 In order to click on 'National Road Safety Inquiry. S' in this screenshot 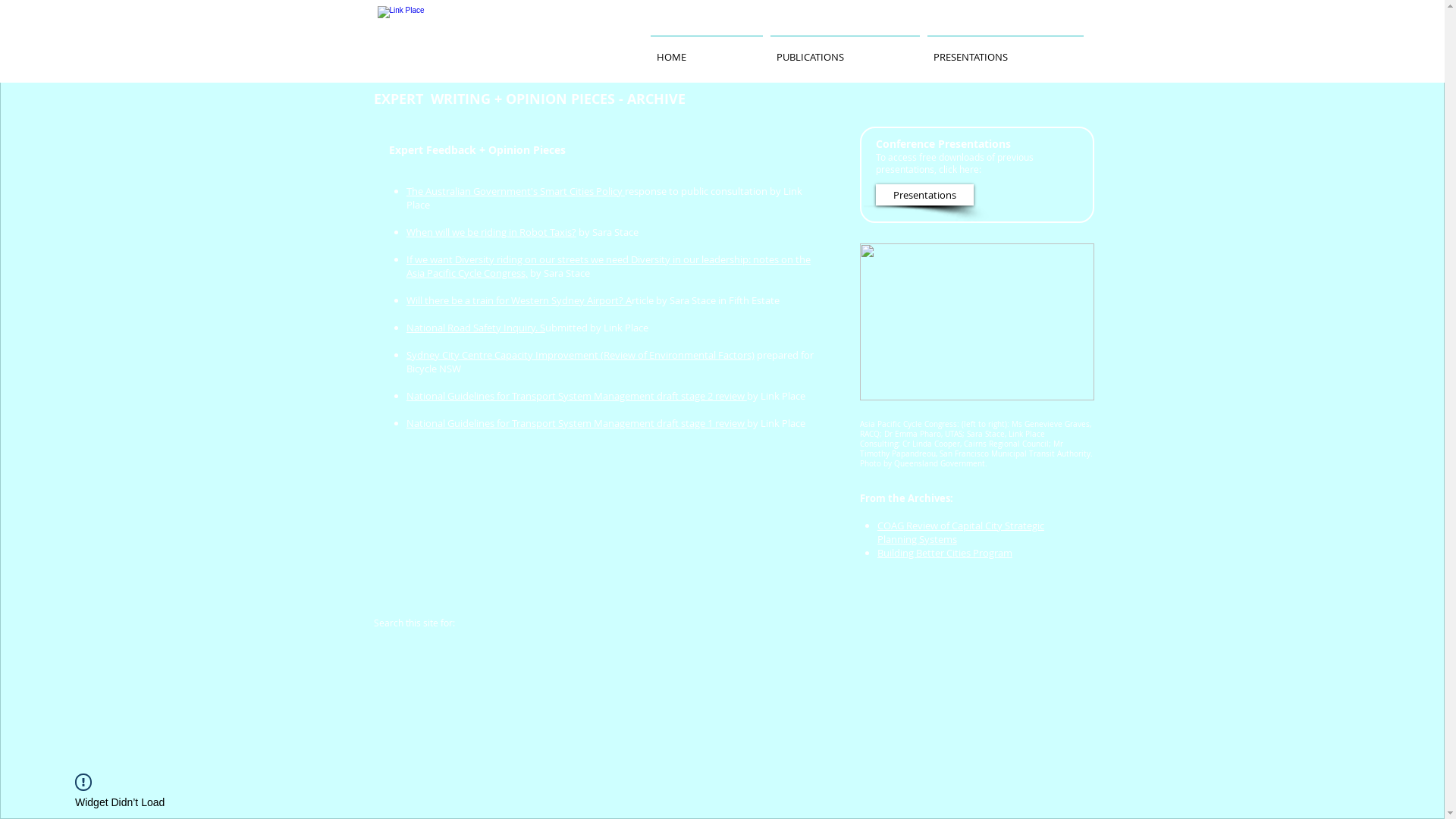, I will do `click(475, 327)`.